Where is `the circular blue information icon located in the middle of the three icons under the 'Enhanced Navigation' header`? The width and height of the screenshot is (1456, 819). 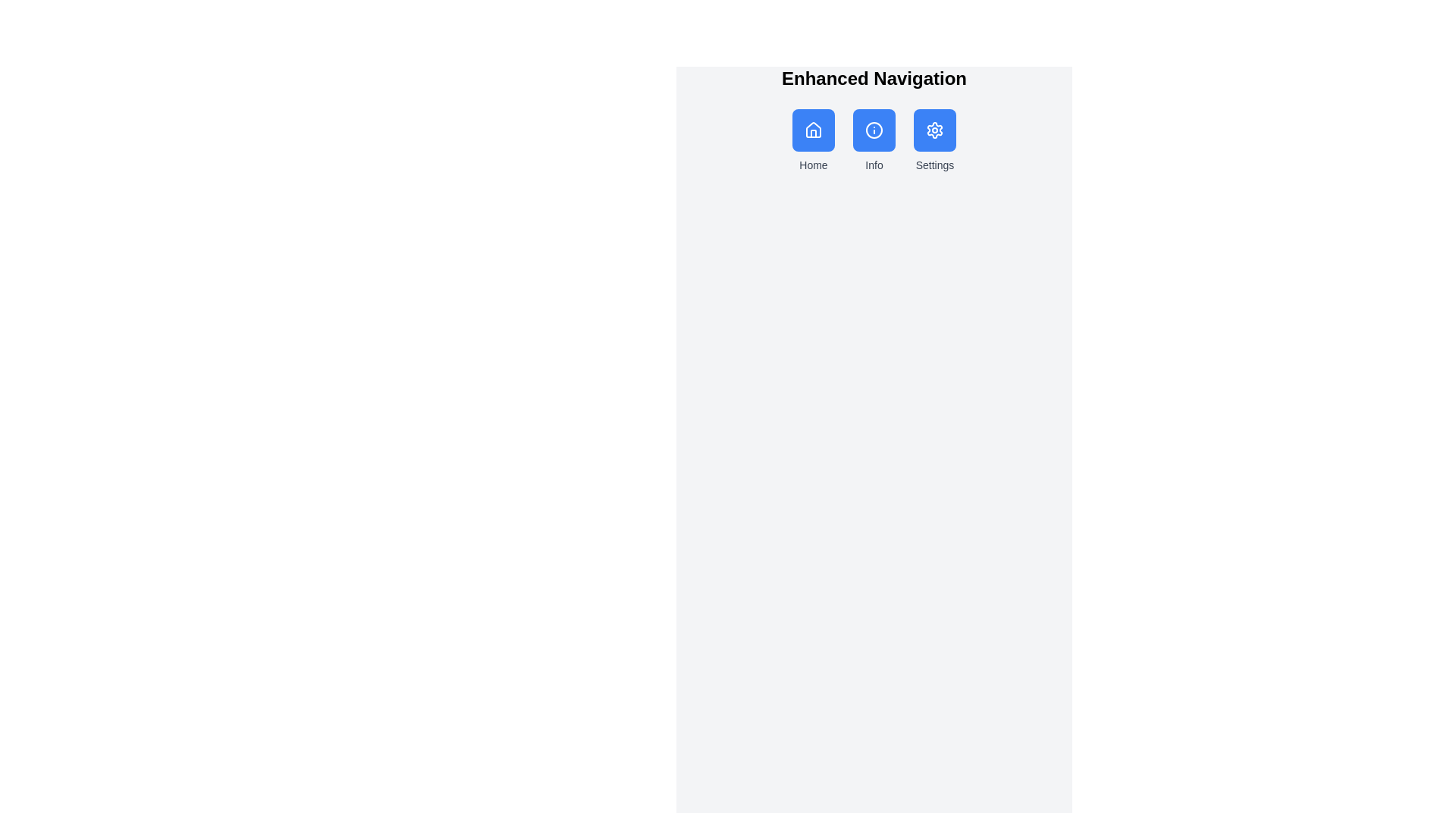
the circular blue information icon located in the middle of the three icons under the 'Enhanced Navigation' header is located at coordinates (874, 130).